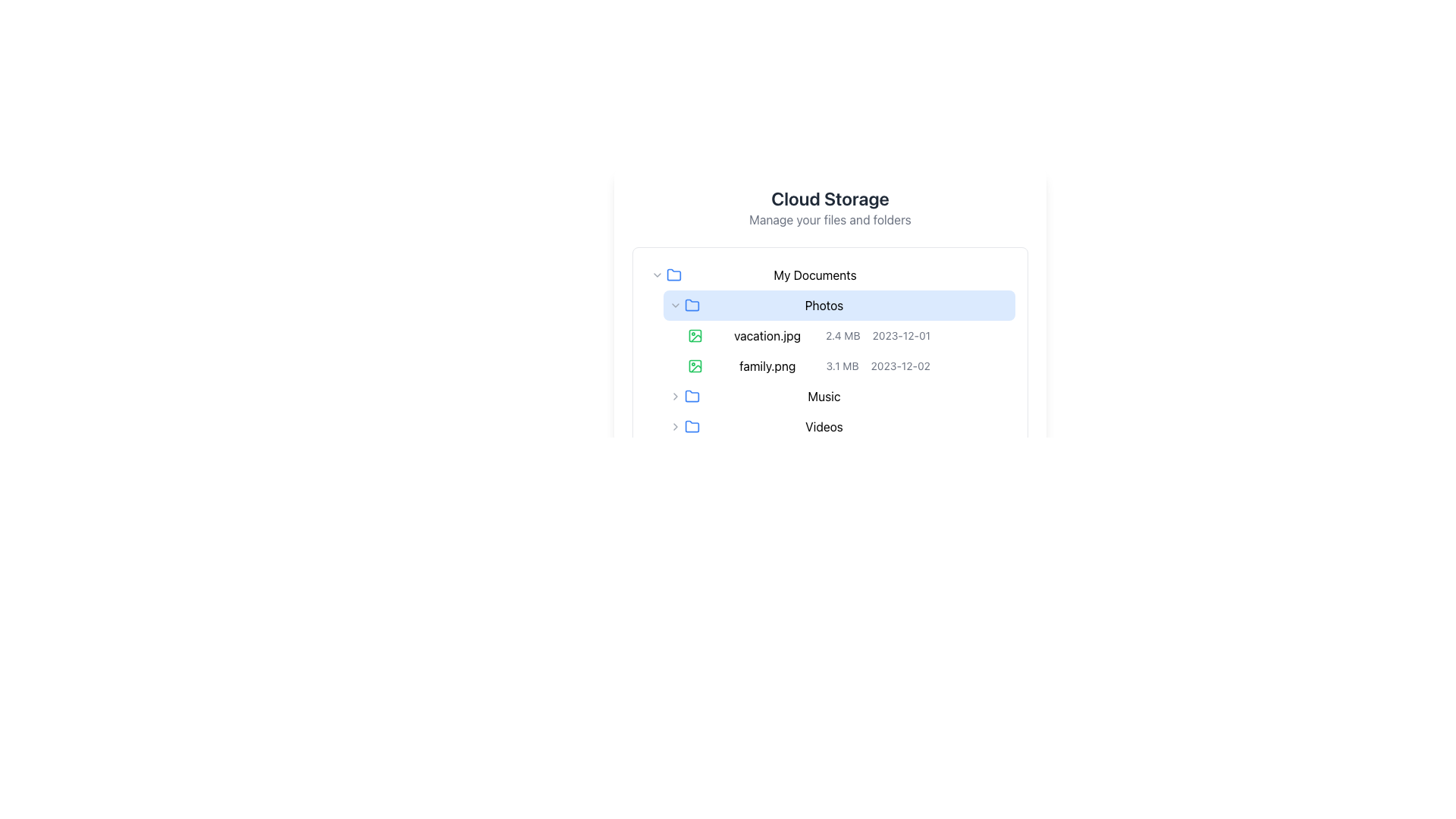  What do you see at coordinates (829, 350) in the screenshot?
I see `the second file entry under the 'Photos' section in the 'Cloud Storage' utility` at bounding box center [829, 350].